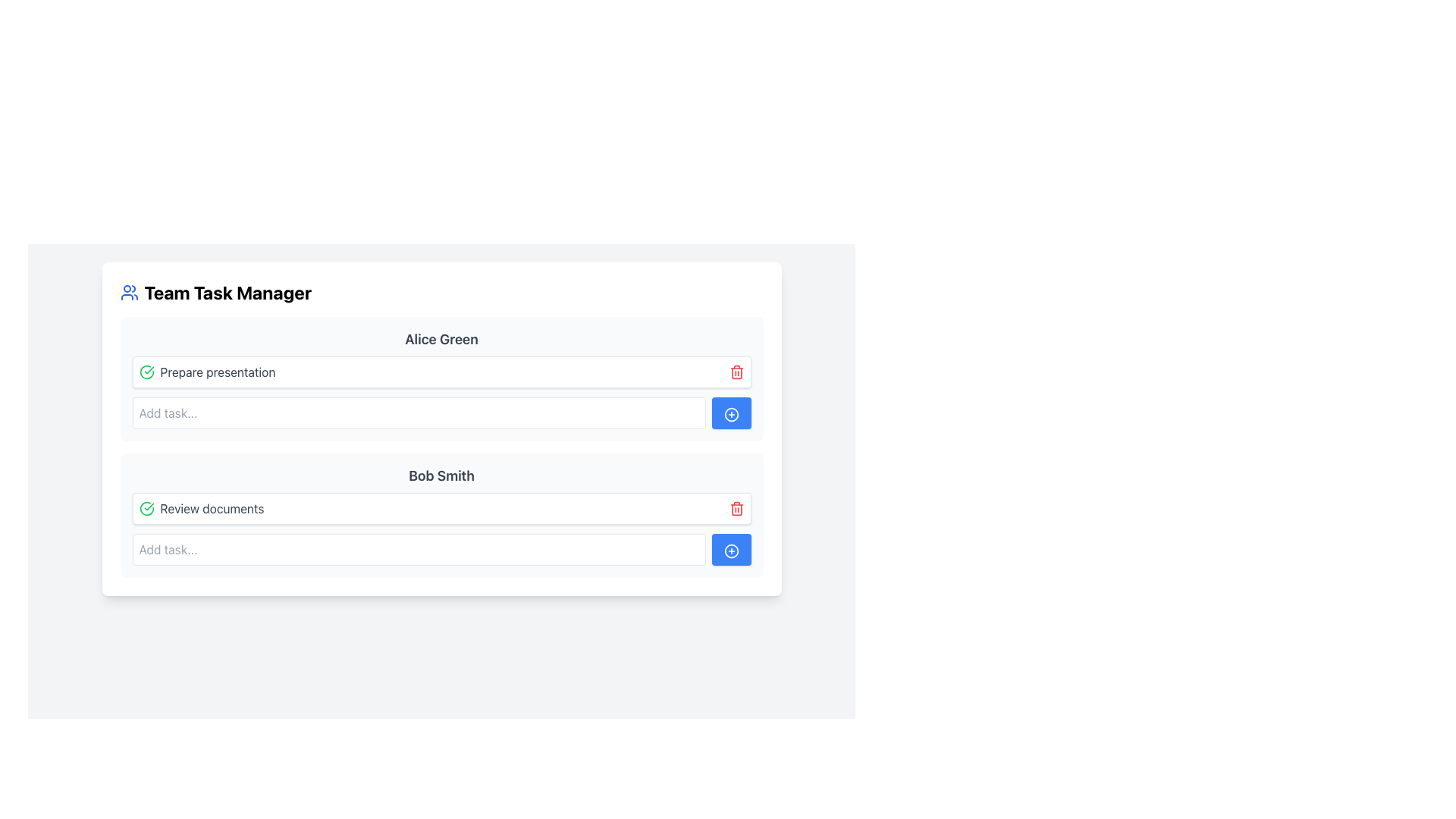 The image size is (1456, 819). Describe the element at coordinates (736, 509) in the screenshot. I see `the red trash can icon button located on the rightmost side of the 'Review documents' task row to observe a change in shade` at that location.